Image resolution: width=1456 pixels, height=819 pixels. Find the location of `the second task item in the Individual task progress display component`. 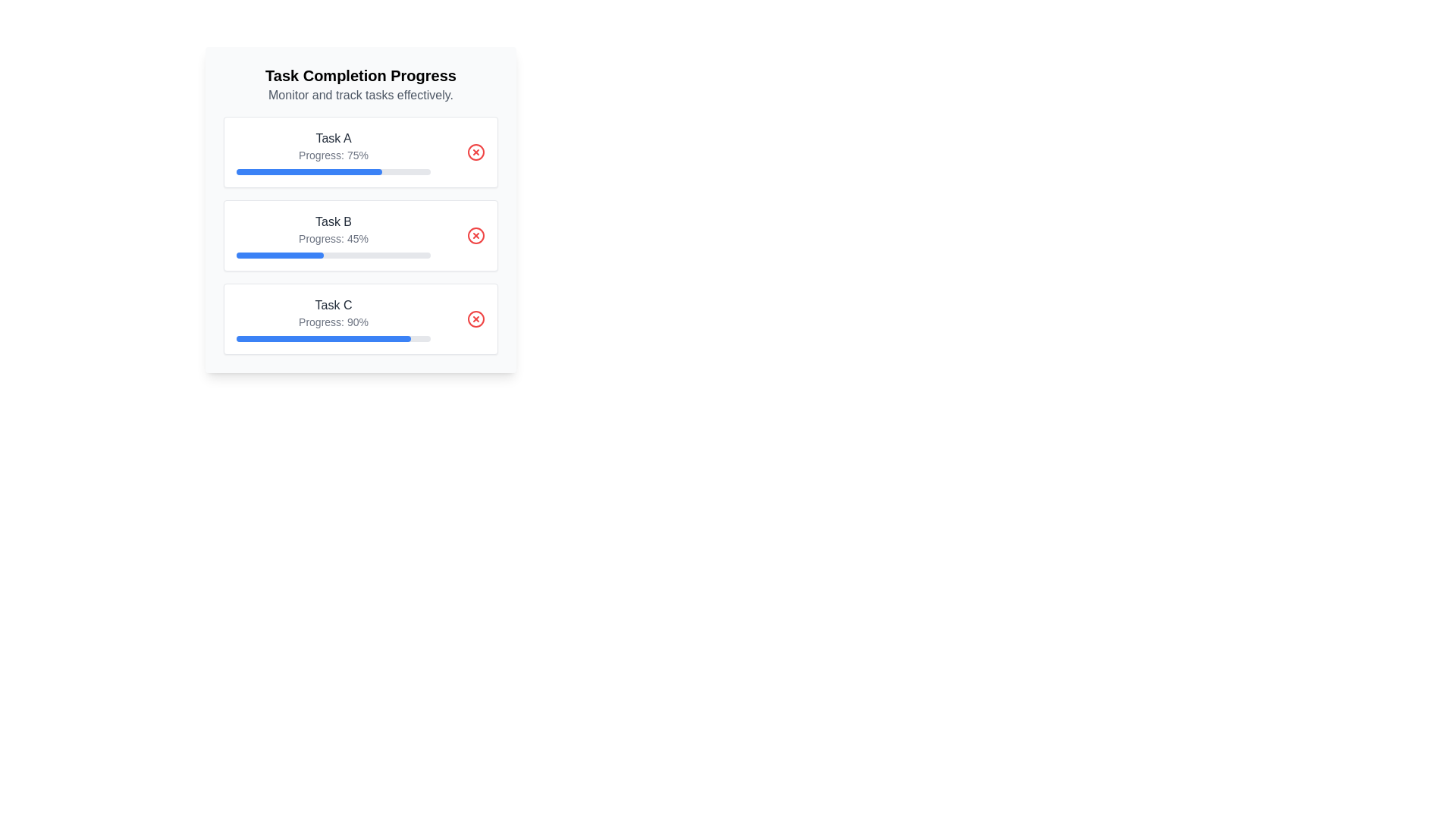

the second task item in the Individual task progress display component is located at coordinates (359, 236).